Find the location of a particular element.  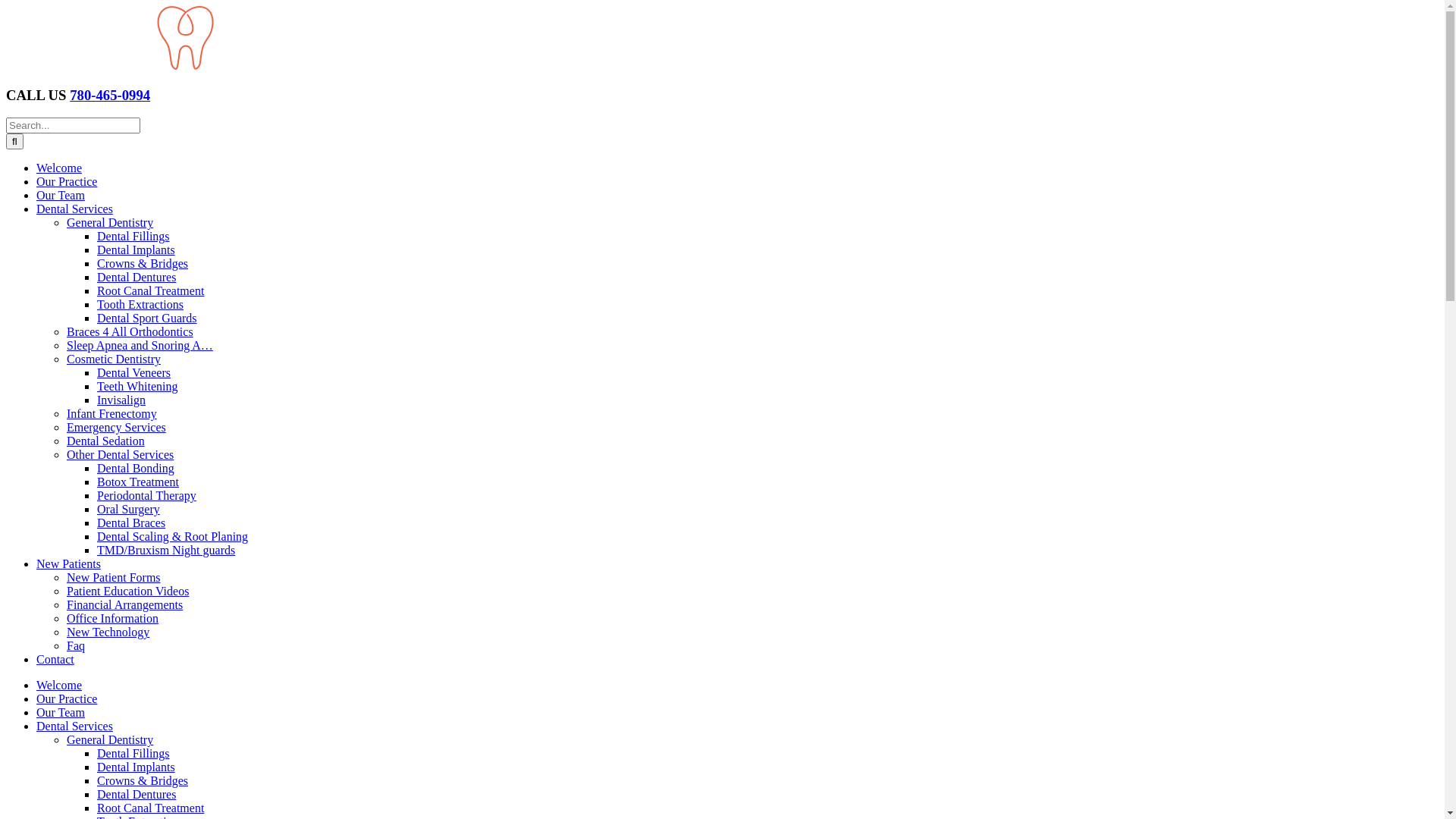

'Invisalign' is located at coordinates (120, 399).